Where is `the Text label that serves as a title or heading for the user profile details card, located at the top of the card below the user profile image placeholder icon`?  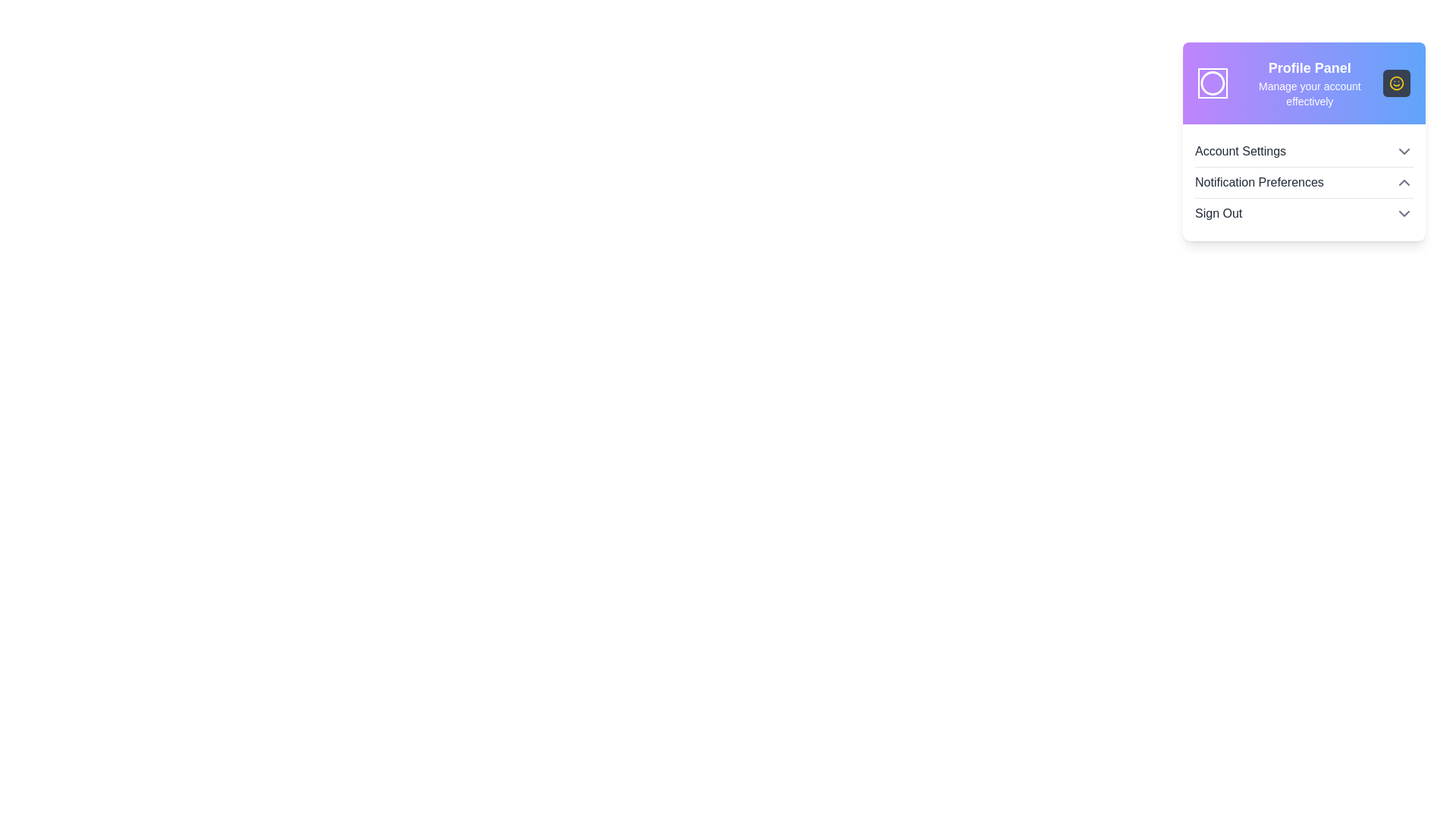 the Text label that serves as a title or heading for the user profile details card, located at the top of the card below the user profile image placeholder icon is located at coordinates (1309, 67).